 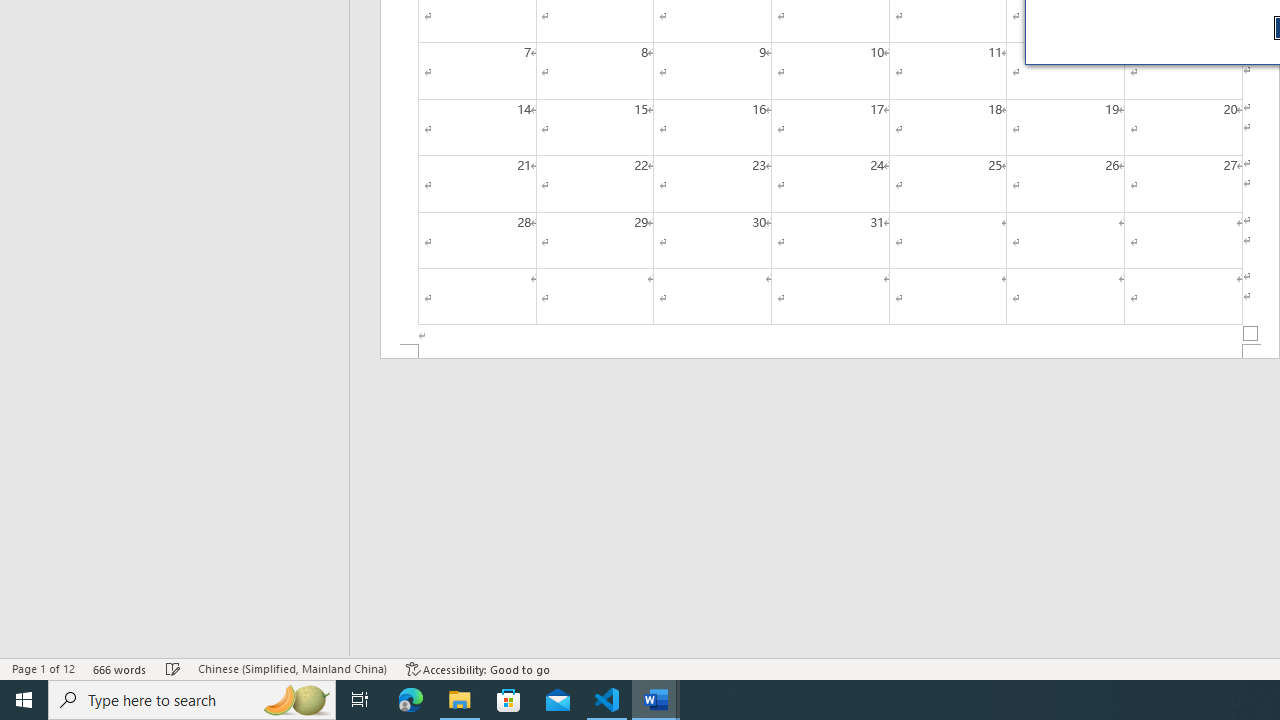 What do you see at coordinates (656, 698) in the screenshot?
I see `'Word - 2 running windows'` at bounding box center [656, 698].